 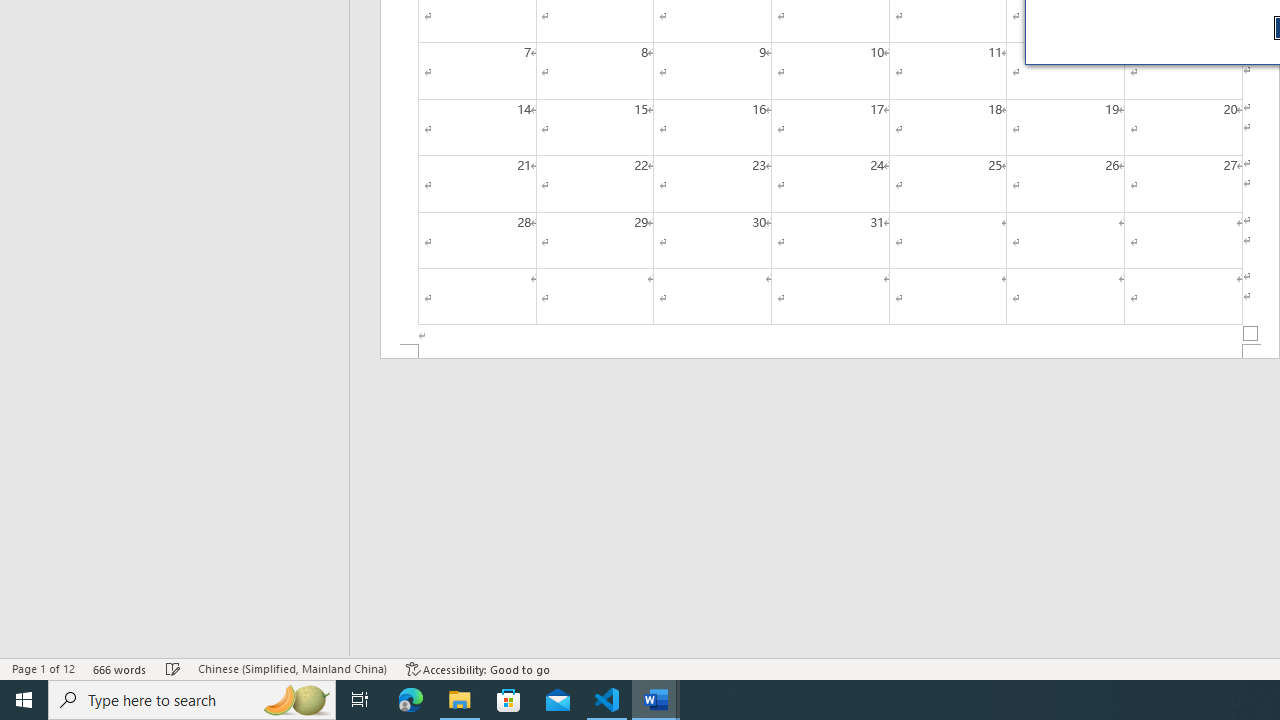 What do you see at coordinates (656, 698) in the screenshot?
I see `'Word - 2 running windows'` at bounding box center [656, 698].